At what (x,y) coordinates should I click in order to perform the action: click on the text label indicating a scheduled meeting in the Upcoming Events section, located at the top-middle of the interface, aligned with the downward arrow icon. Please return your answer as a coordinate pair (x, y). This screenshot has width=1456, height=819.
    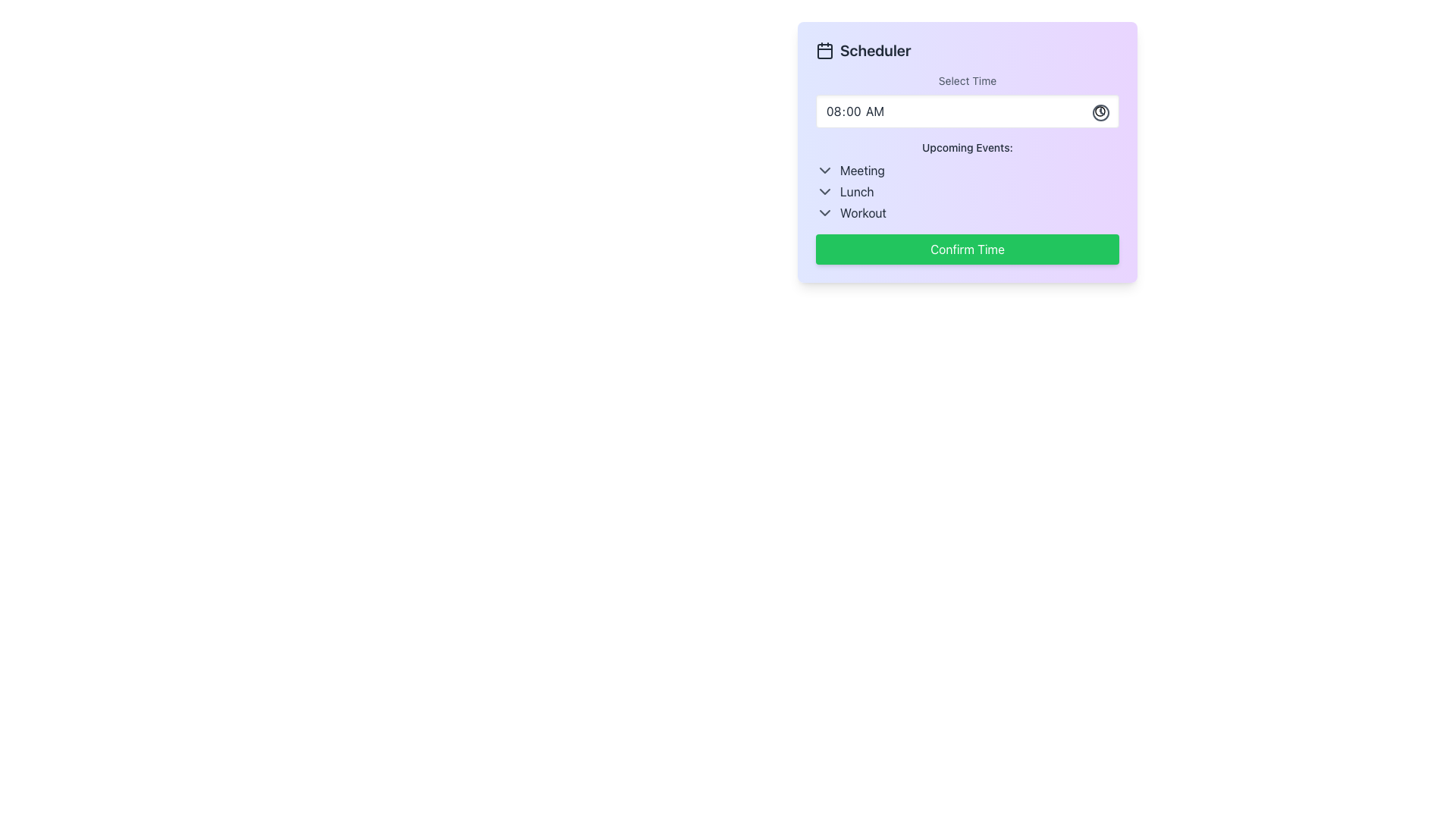
    Looking at the image, I should click on (862, 170).